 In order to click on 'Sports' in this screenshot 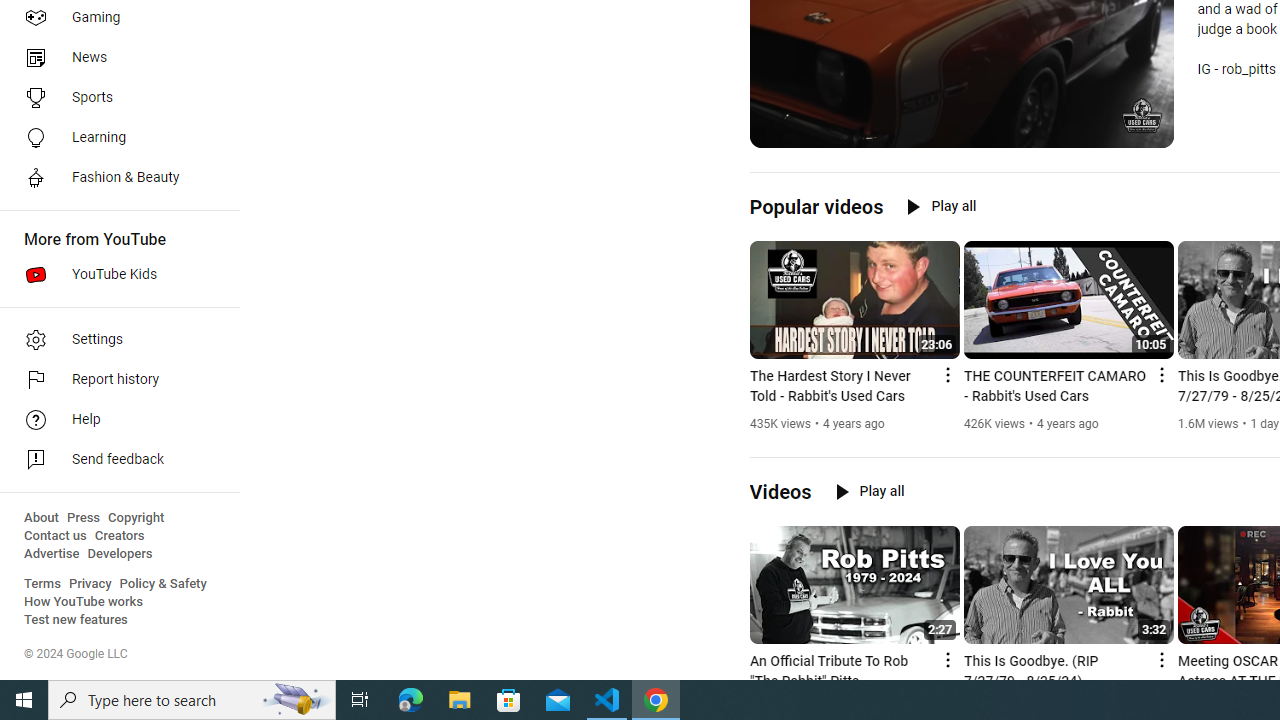, I will do `click(112, 97)`.